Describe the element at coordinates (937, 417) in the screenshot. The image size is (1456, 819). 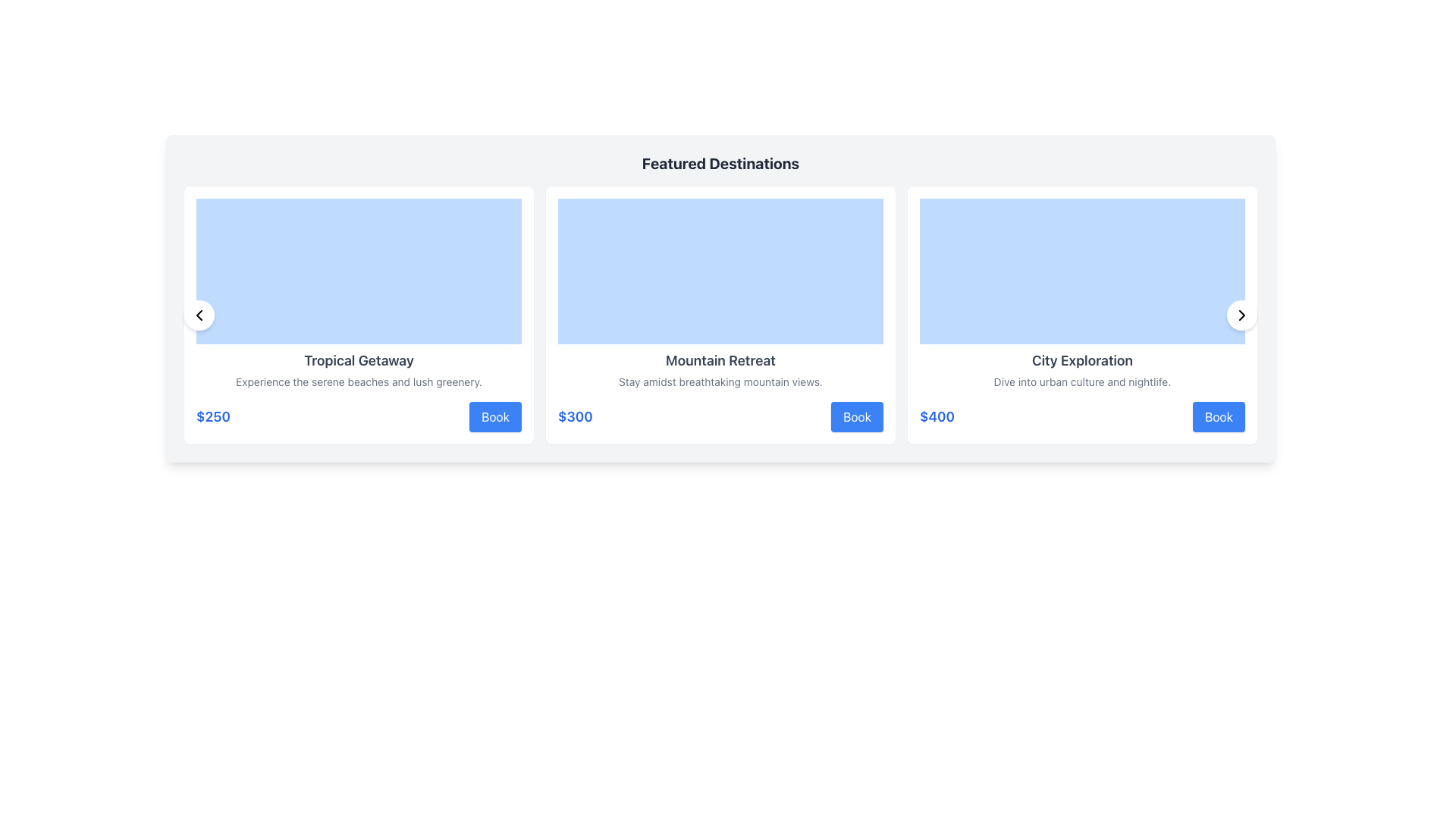
I see `the price Text Label for the 'City Exploration' offering, located in the rightmost card under the 'Featured Destinations' section` at that location.